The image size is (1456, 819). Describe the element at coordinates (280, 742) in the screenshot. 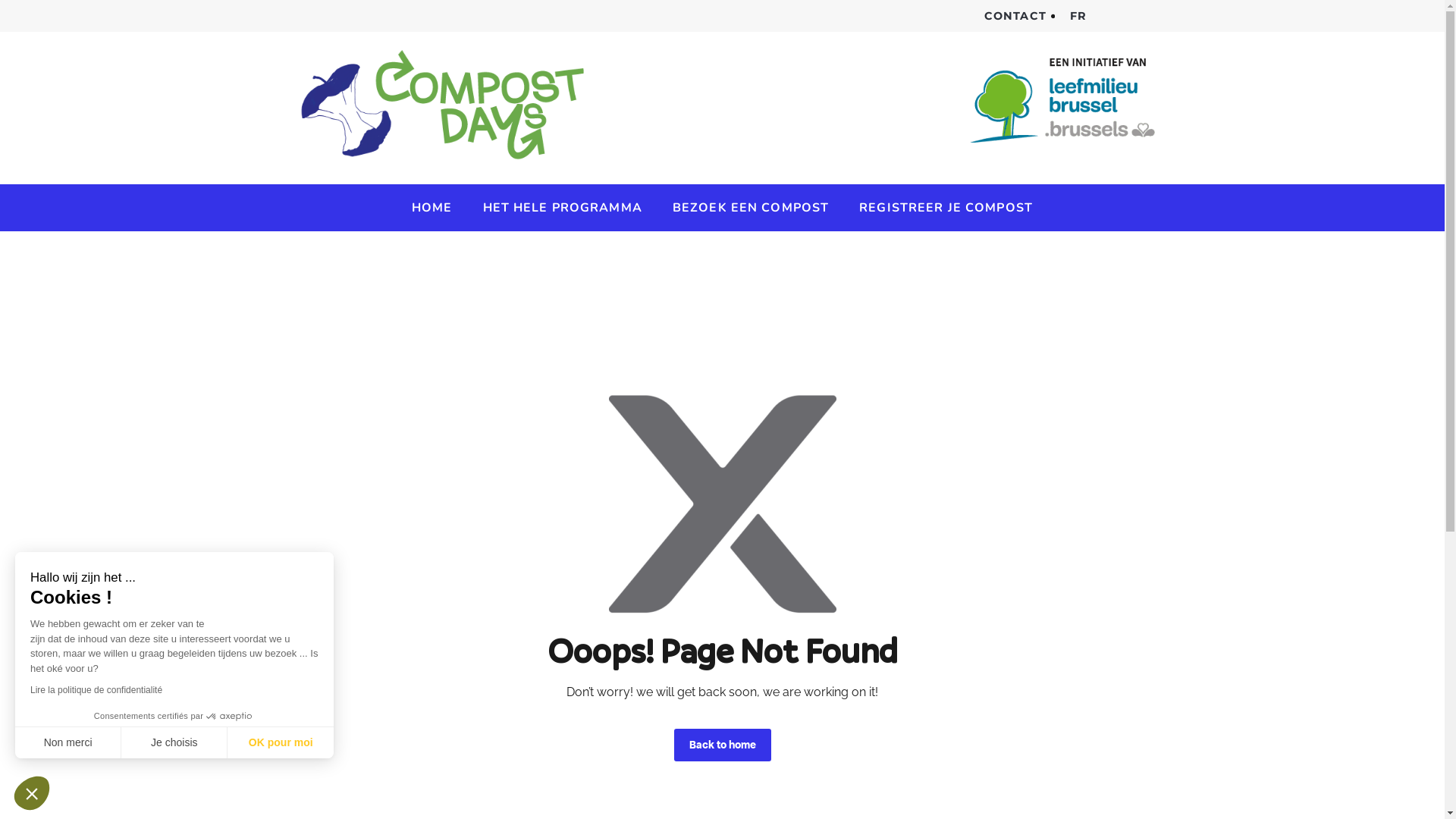

I see `'OK pour moi'` at that location.